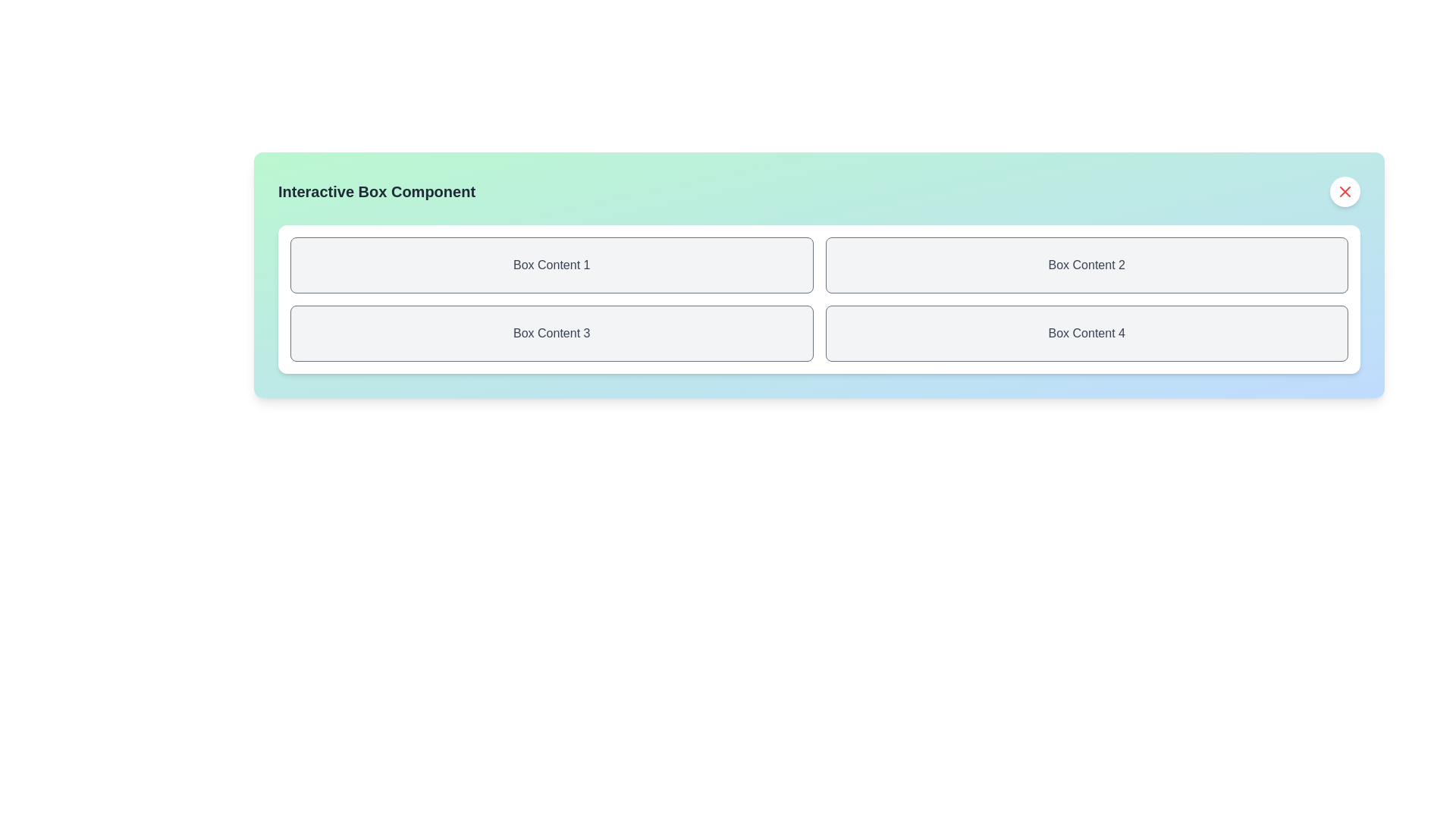 The image size is (1456, 819). I want to click on the text element displaying 'Box Content 2', so click(1086, 265).